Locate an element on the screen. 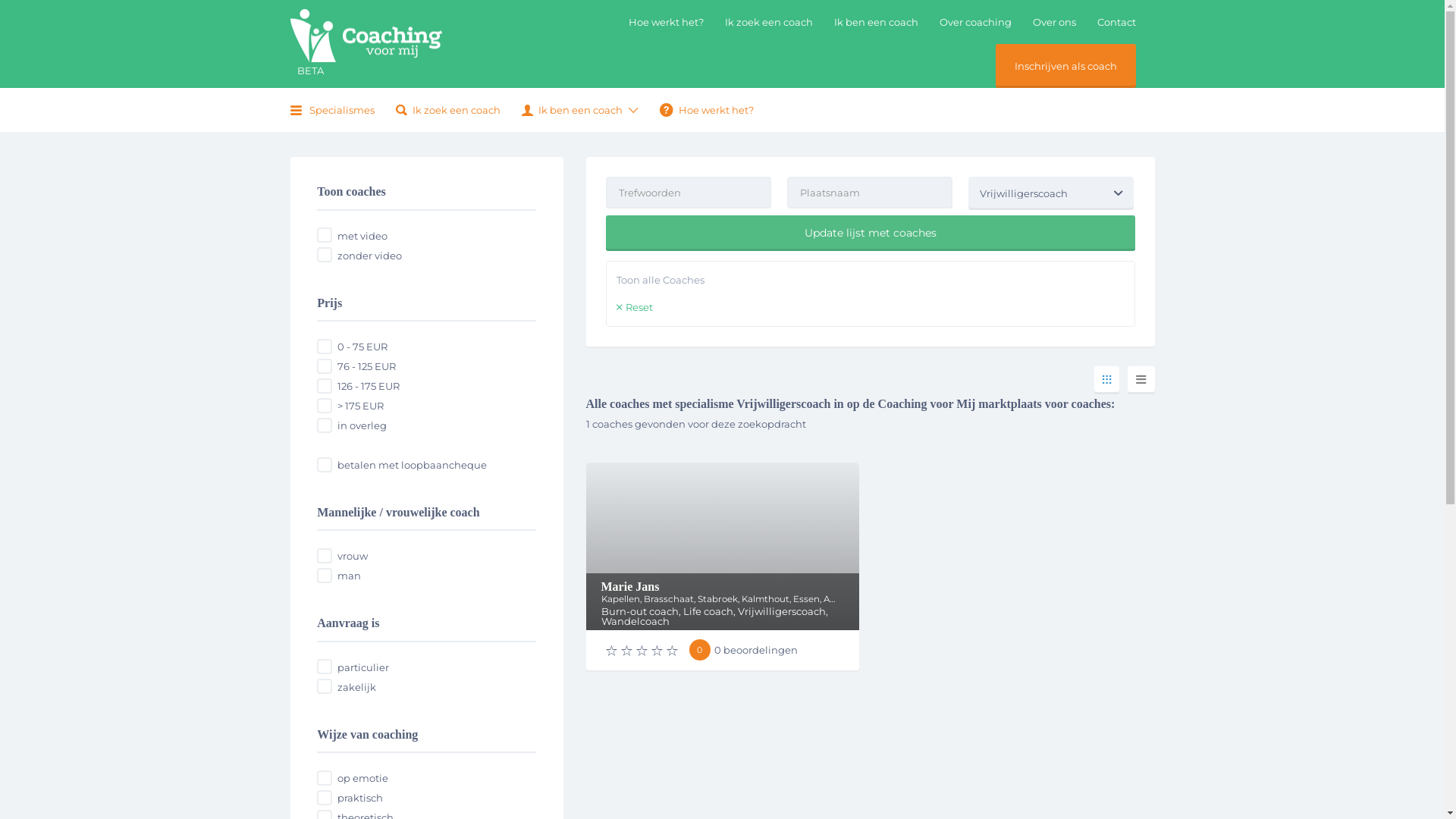  'practical' is located at coordinates (323, 797).